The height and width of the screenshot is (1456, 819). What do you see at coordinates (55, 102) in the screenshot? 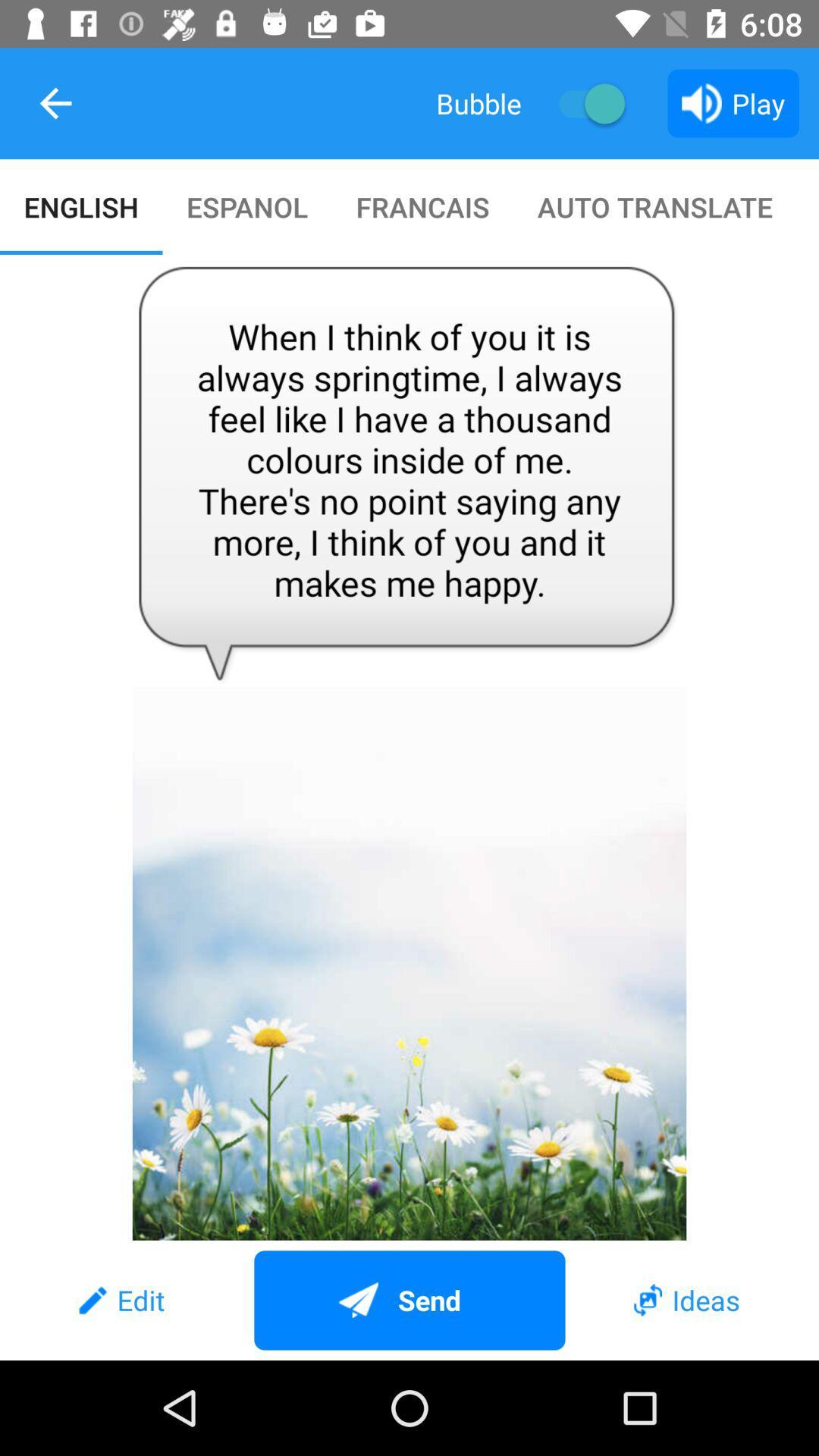
I see `item to the left of the bubble icon` at bounding box center [55, 102].